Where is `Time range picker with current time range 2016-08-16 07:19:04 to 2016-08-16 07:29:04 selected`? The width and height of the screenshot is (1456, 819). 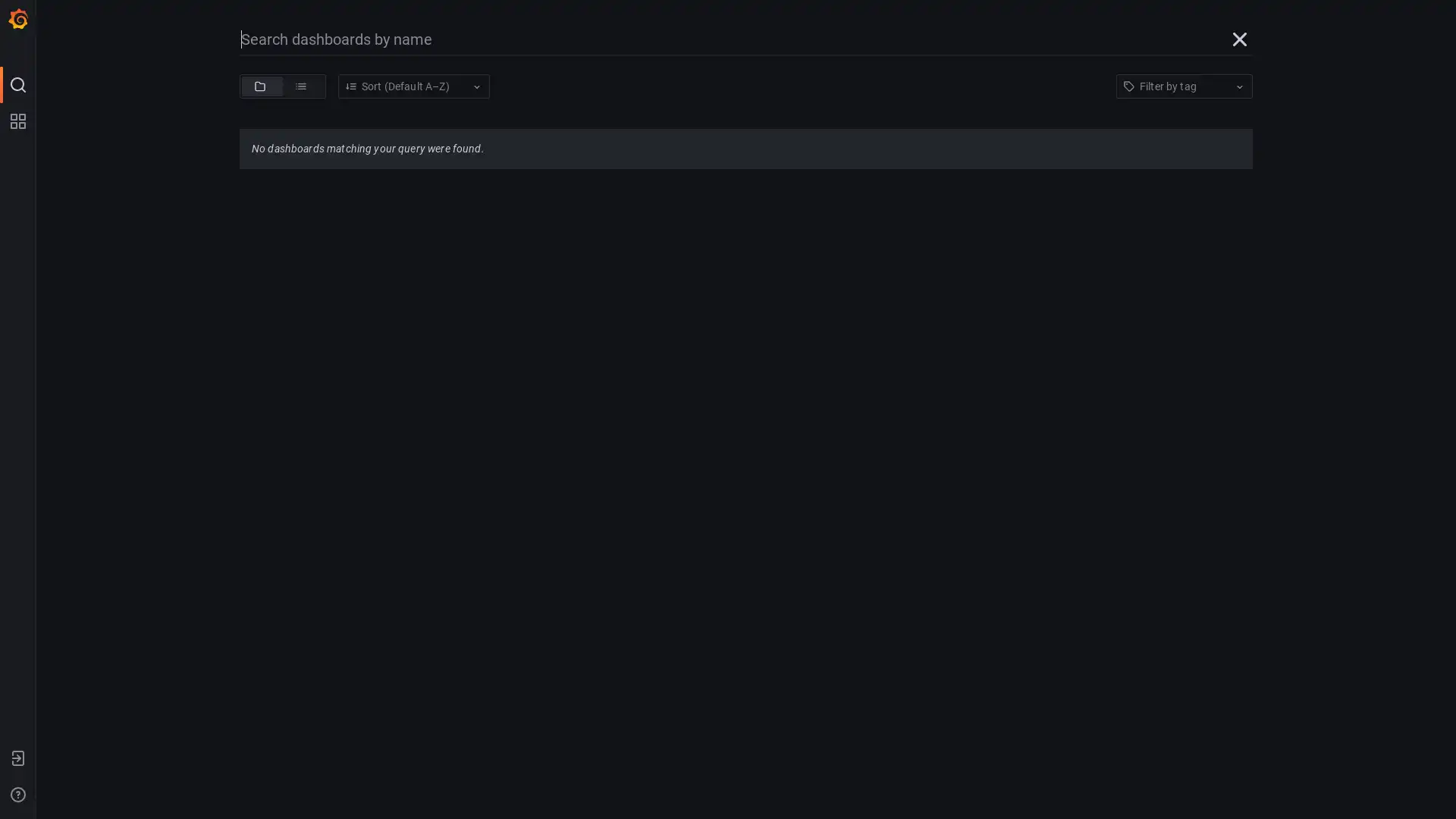
Time range picker with current time range 2016-08-16 07:19:04 to 2016-08-16 07:29:04 selected is located at coordinates (1166, 24).